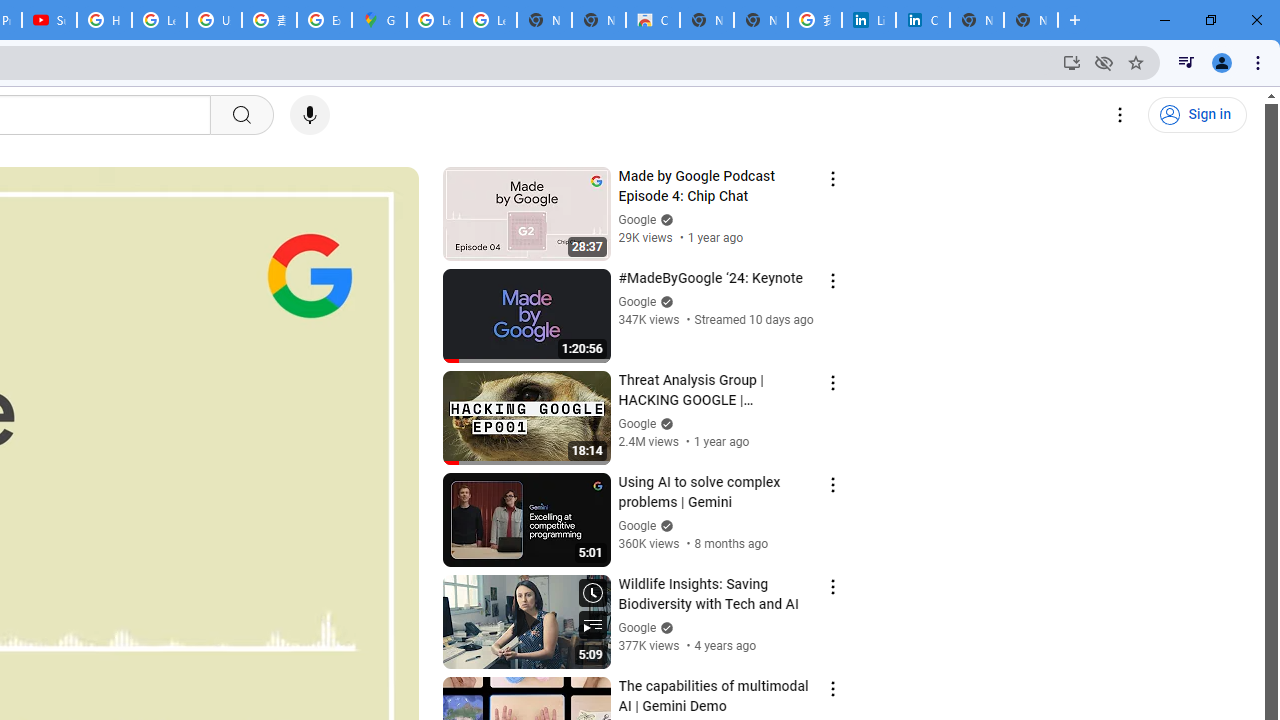 The image size is (1280, 720). Describe the element at coordinates (652, 20) in the screenshot. I see `'Chrome Web Store'` at that location.